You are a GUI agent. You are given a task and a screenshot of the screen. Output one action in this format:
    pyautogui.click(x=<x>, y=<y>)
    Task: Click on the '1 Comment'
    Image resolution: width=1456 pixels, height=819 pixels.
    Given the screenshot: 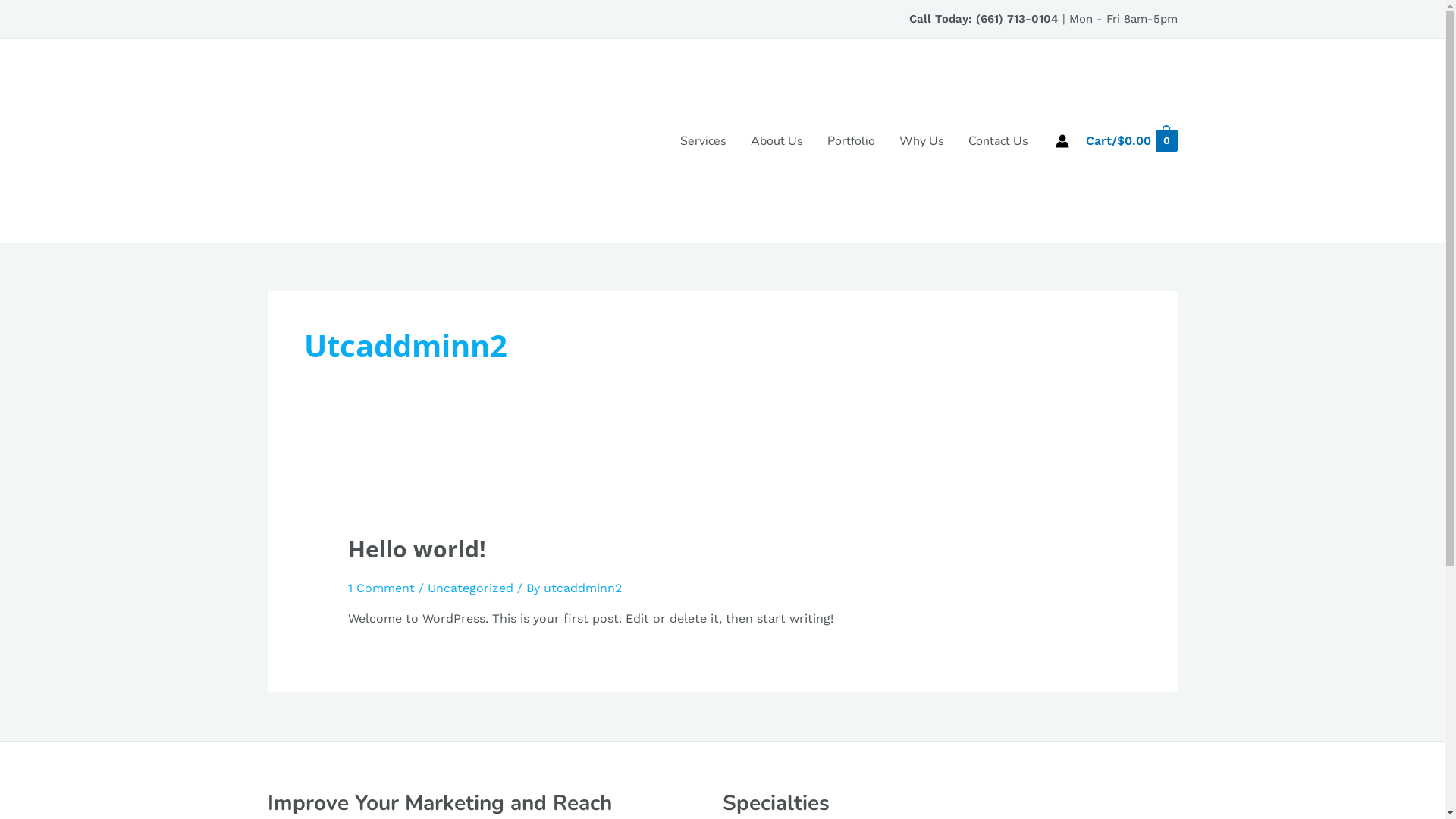 What is the action you would take?
    pyautogui.click(x=347, y=587)
    